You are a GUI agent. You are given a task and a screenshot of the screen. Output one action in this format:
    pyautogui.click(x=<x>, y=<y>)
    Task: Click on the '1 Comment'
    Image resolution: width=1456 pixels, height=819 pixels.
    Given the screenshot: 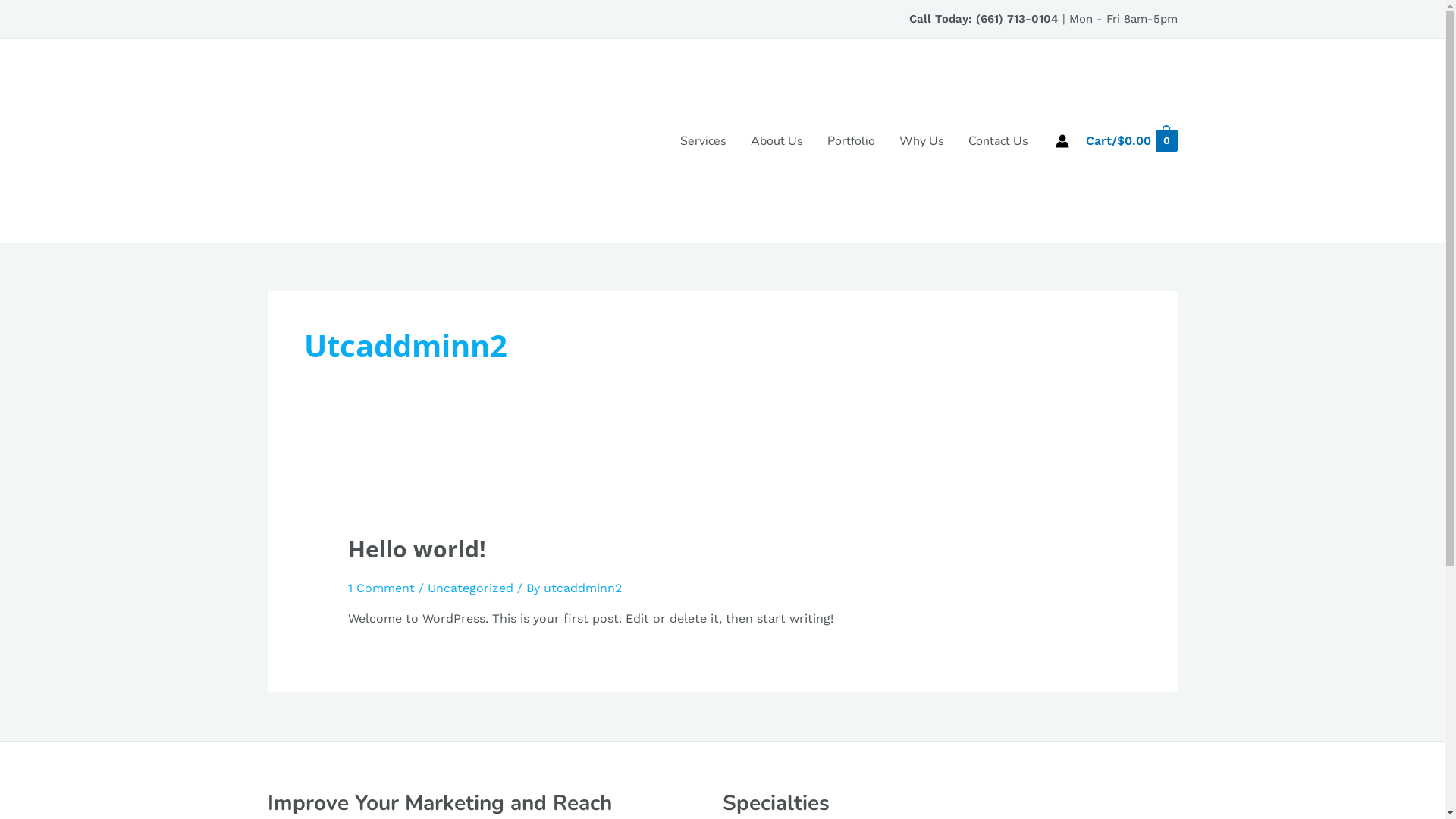 What is the action you would take?
    pyautogui.click(x=347, y=587)
    